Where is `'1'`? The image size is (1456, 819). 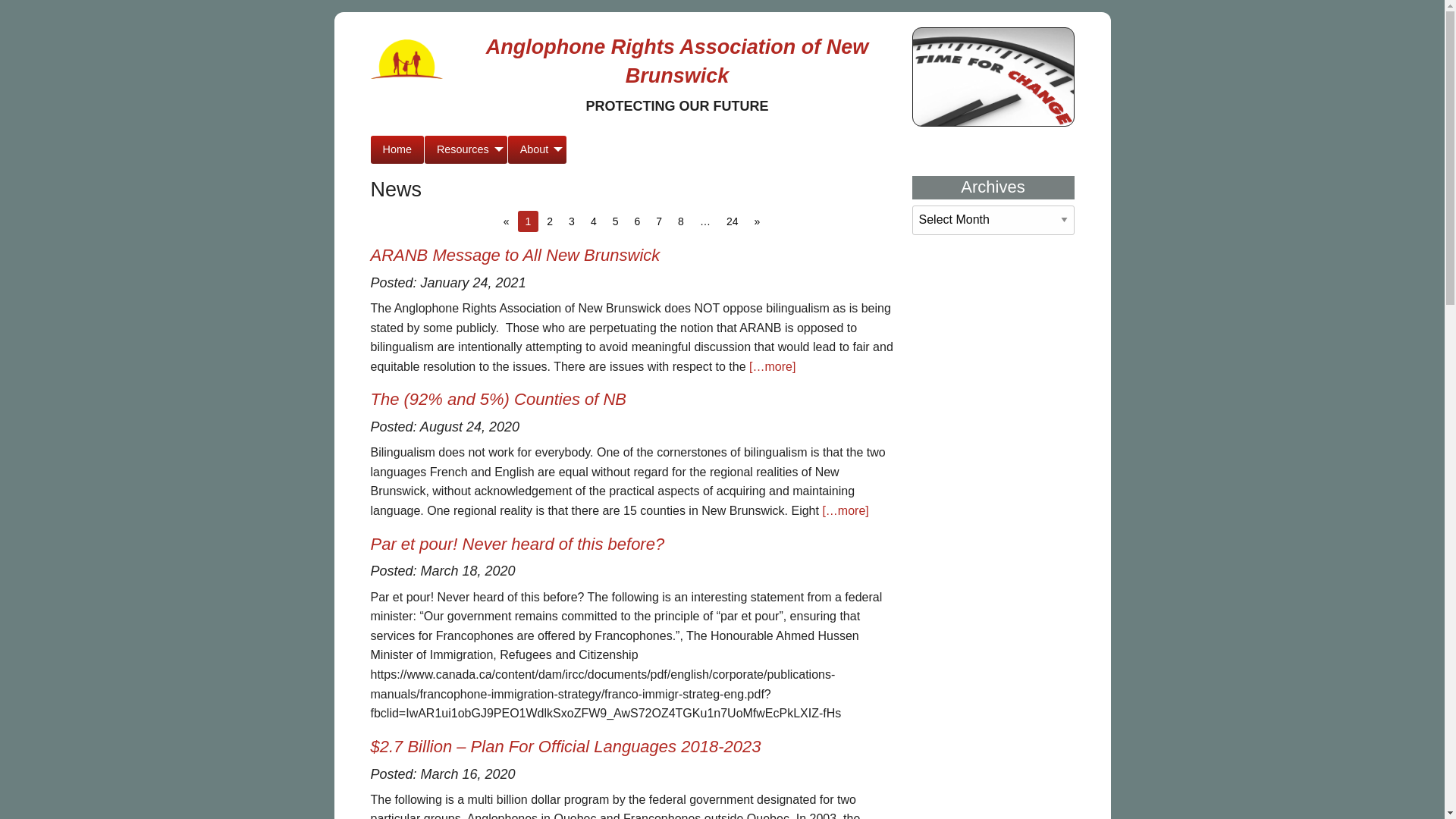
'1' is located at coordinates (517, 221).